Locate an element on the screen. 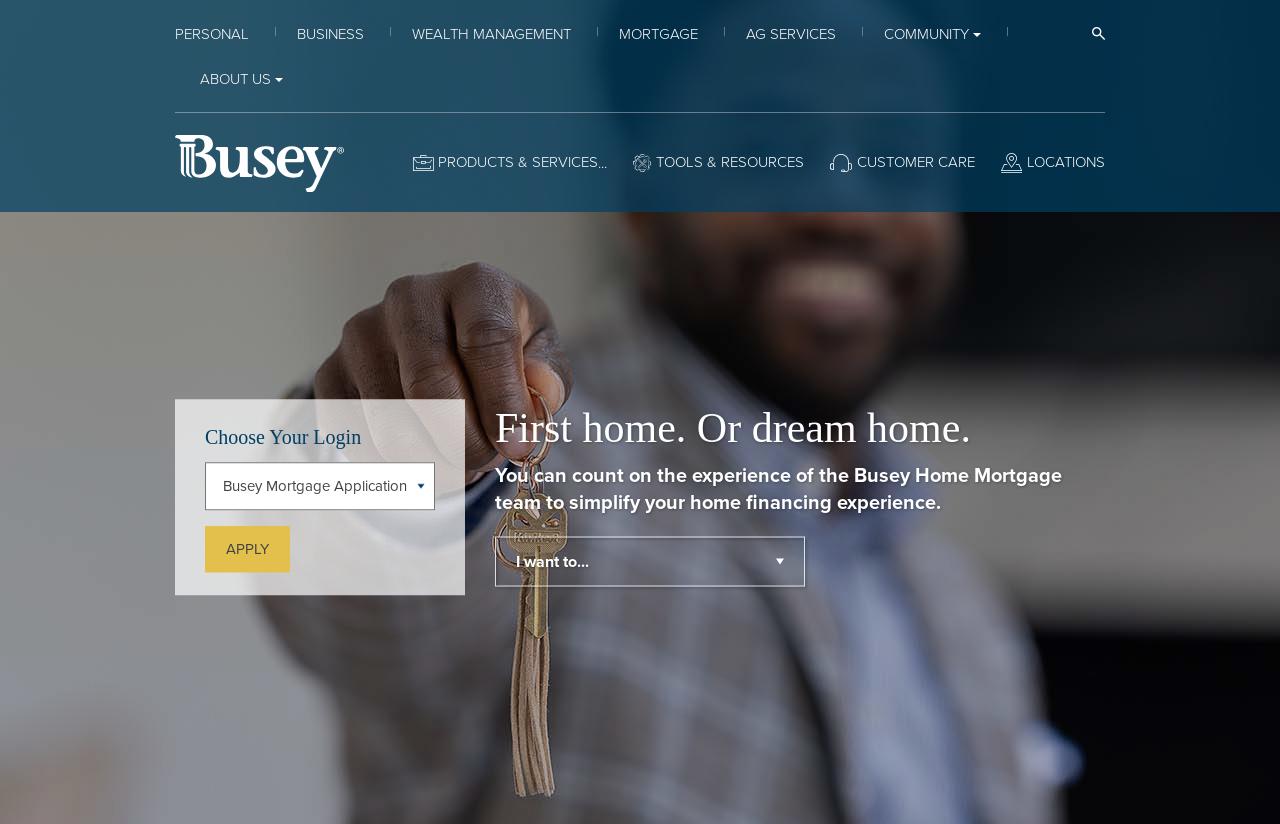 Image resolution: width=1280 pixels, height=824 pixels. 'Choose Your Login' is located at coordinates (282, 434).